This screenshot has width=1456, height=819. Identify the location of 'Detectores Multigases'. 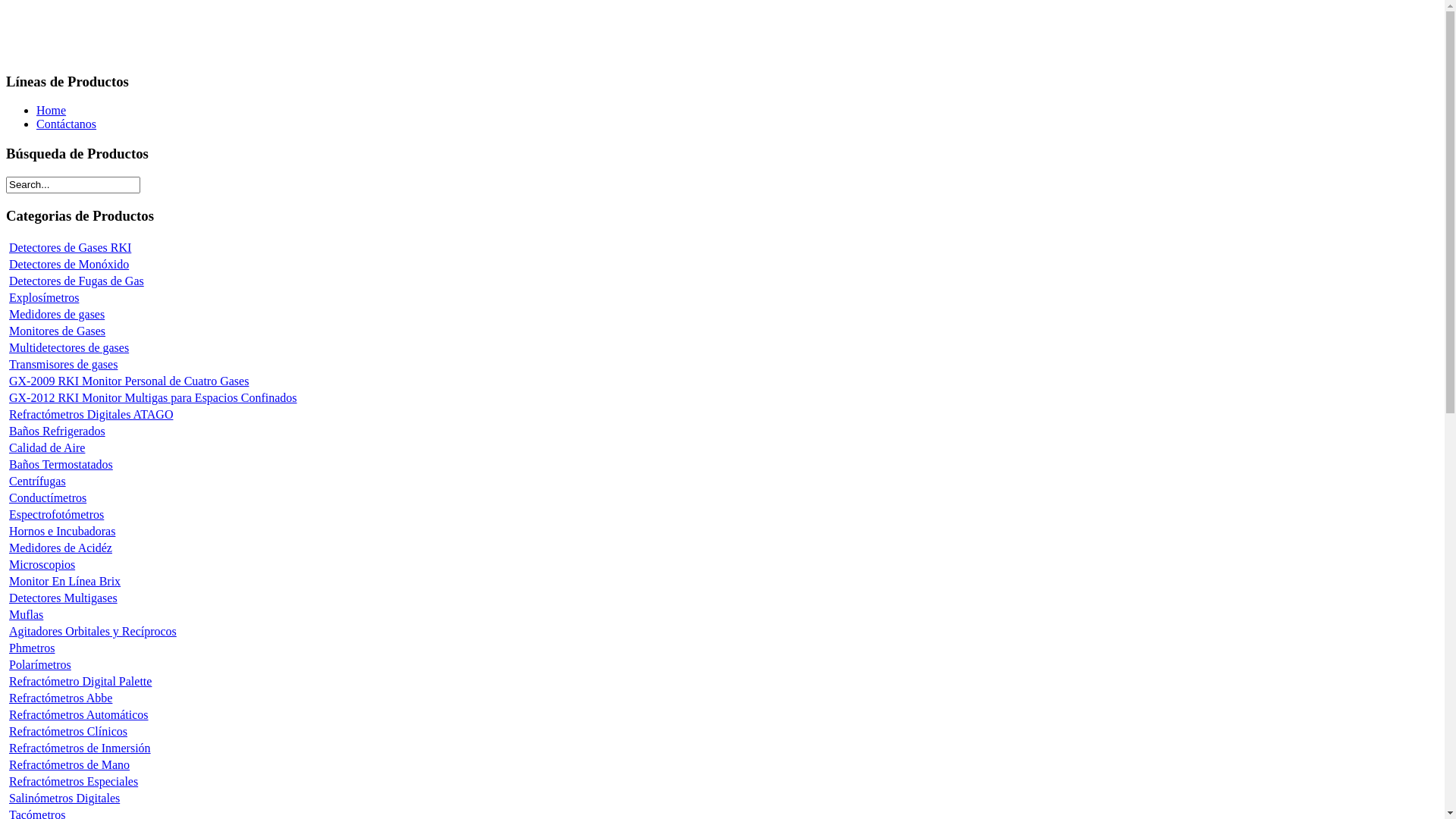
(62, 597).